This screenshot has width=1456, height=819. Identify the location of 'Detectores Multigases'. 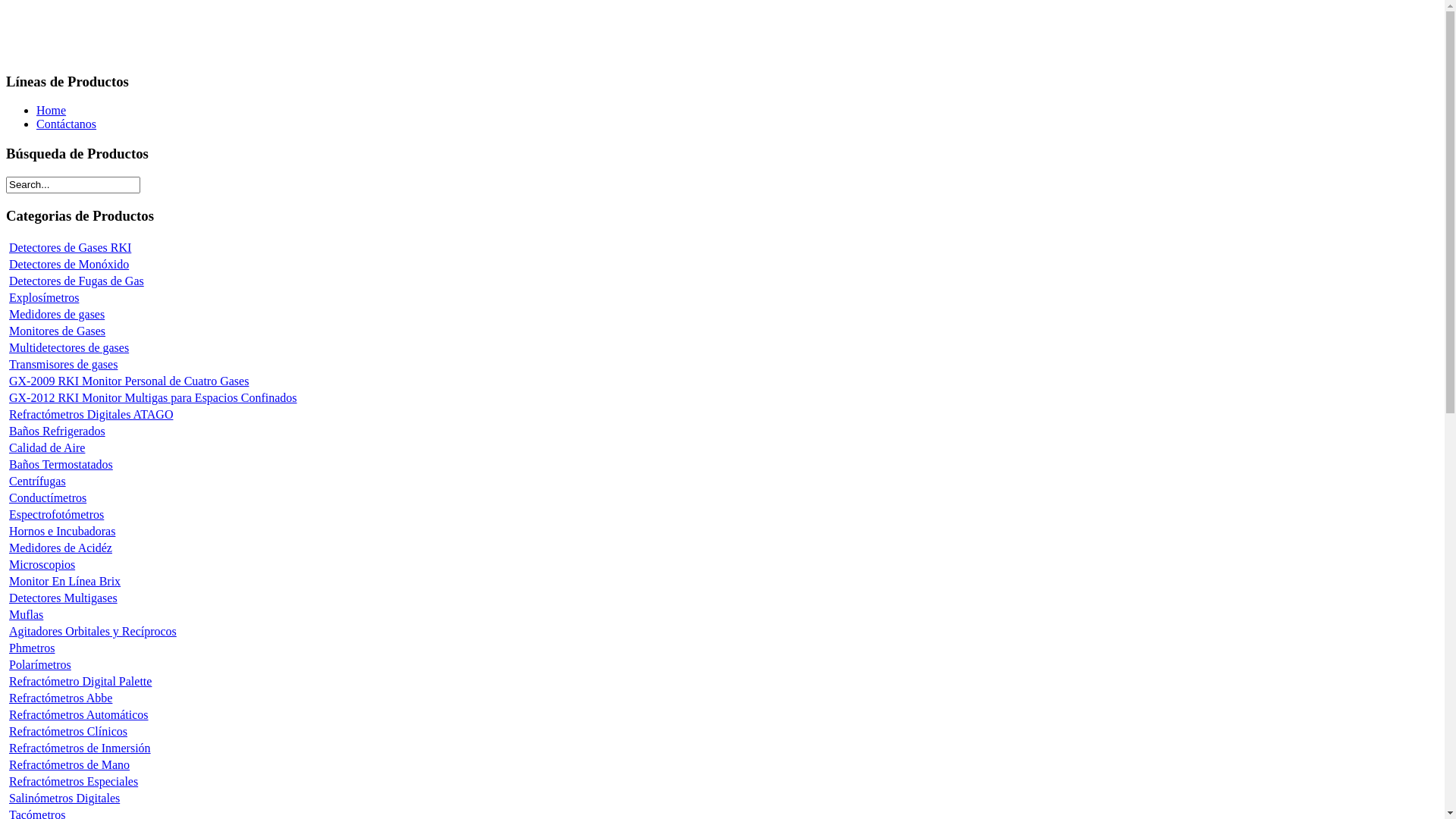
(62, 597).